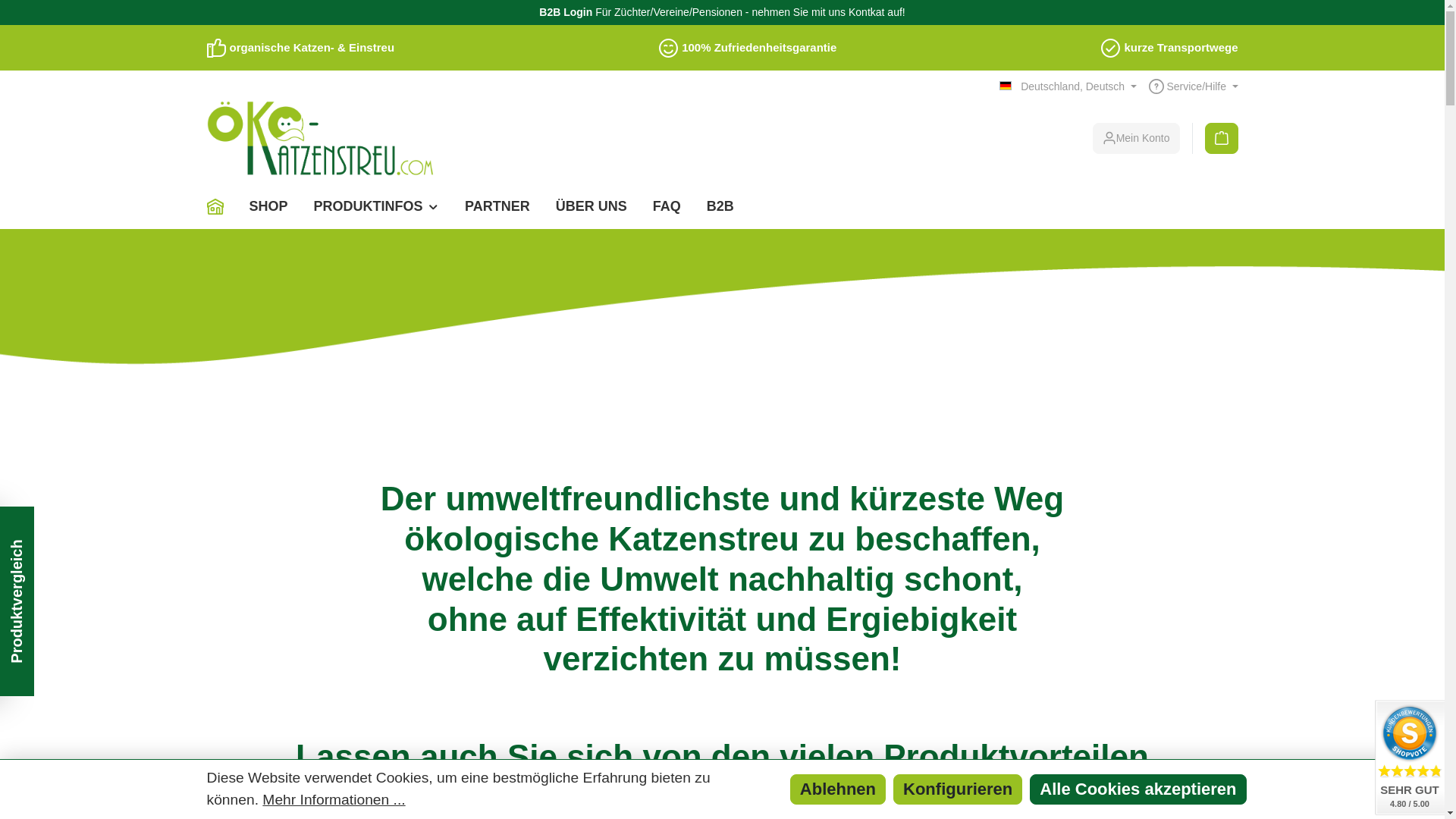 This screenshot has height=819, width=1456. I want to click on 'Warenkorb', so click(1222, 138).